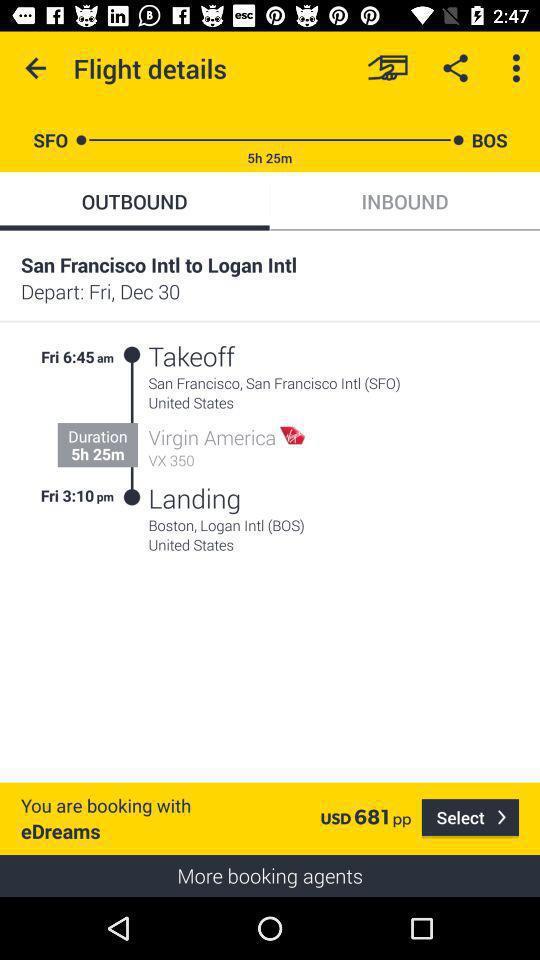 The image size is (540, 960). What do you see at coordinates (387, 68) in the screenshot?
I see `payment method` at bounding box center [387, 68].